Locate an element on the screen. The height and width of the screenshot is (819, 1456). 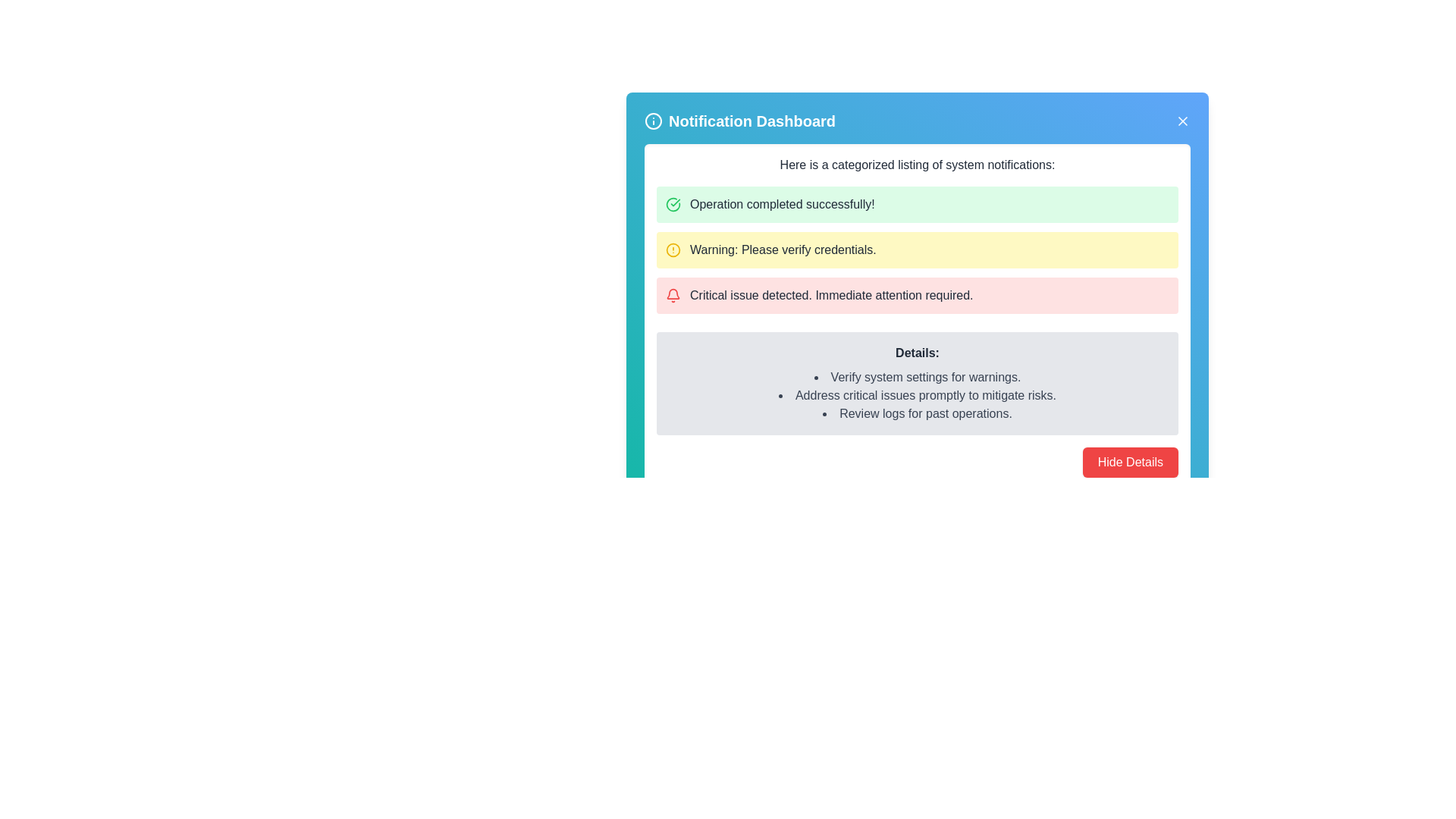
the first text list item that instructs the user to 'Verify system settings for warnings.' This item is located under the 'Details' section as the first bullet point is located at coordinates (916, 376).